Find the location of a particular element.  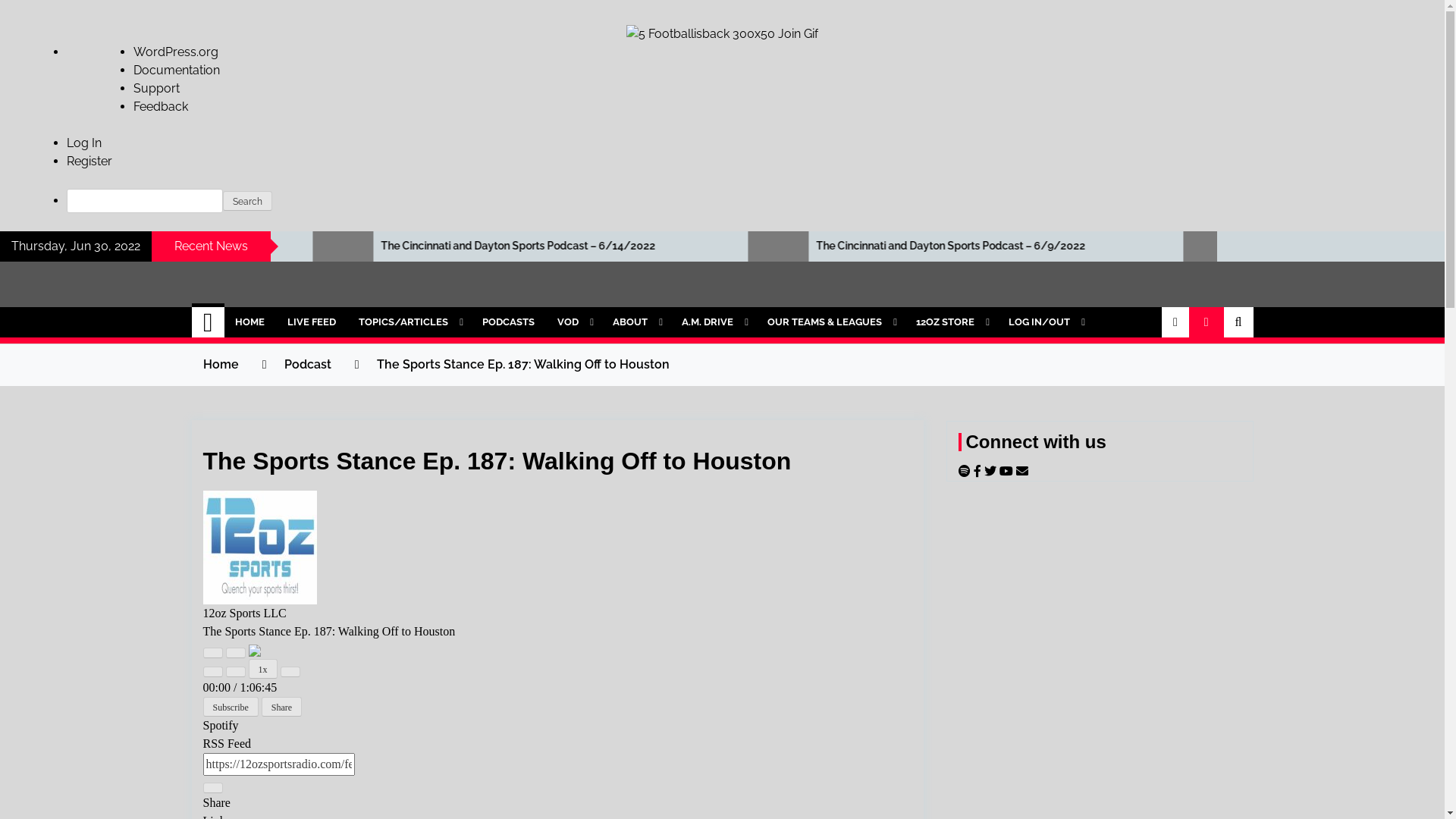

'Mute/Unmute Episode' is located at coordinates (212, 671).